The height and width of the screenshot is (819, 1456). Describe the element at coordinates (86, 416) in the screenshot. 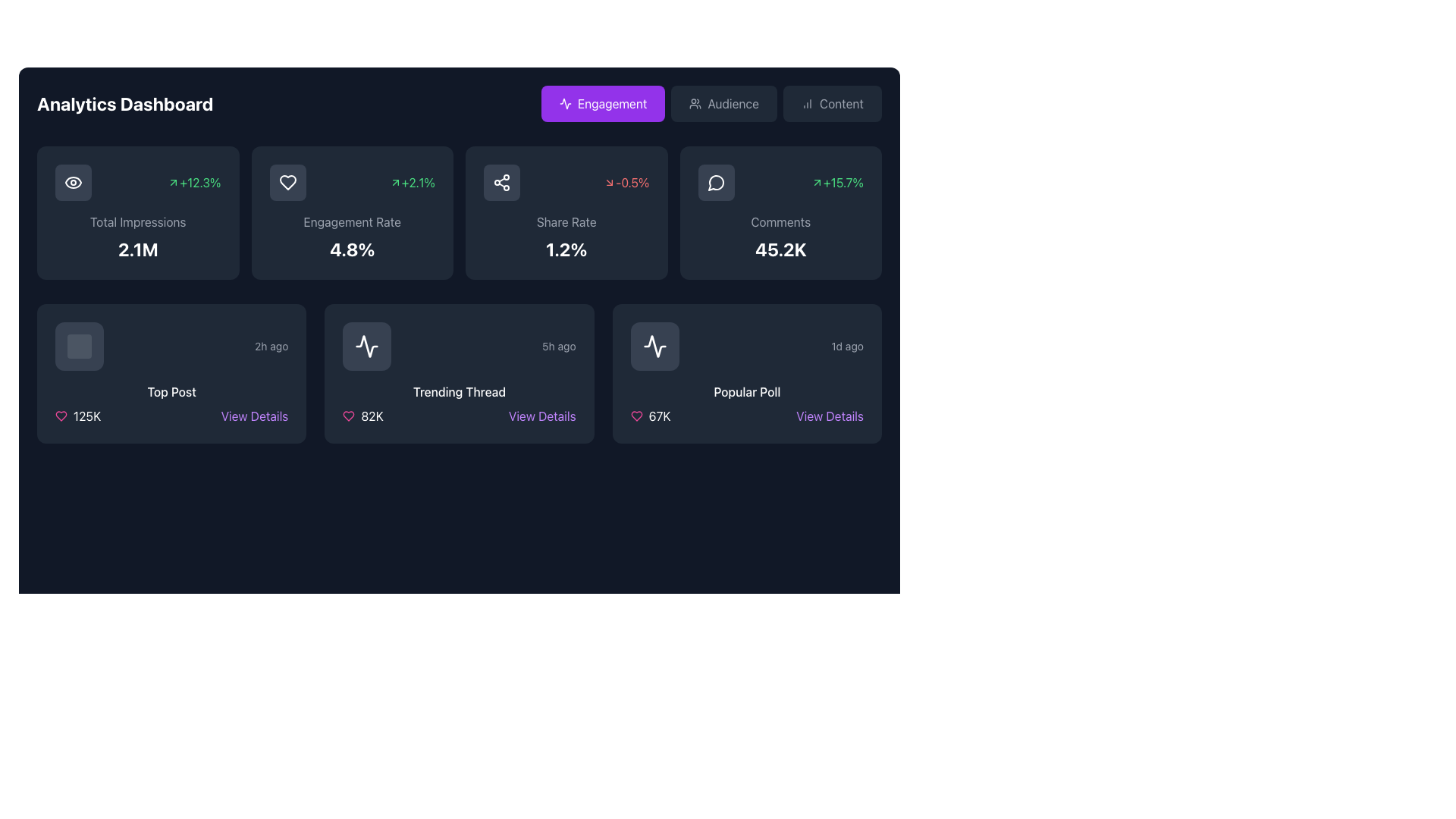

I see `the text label displaying '125K' in bold white font, located below the 'Top Post' label and adjacent to a pink heart icon, part of the first card in the bottom row of the dashboard` at that location.